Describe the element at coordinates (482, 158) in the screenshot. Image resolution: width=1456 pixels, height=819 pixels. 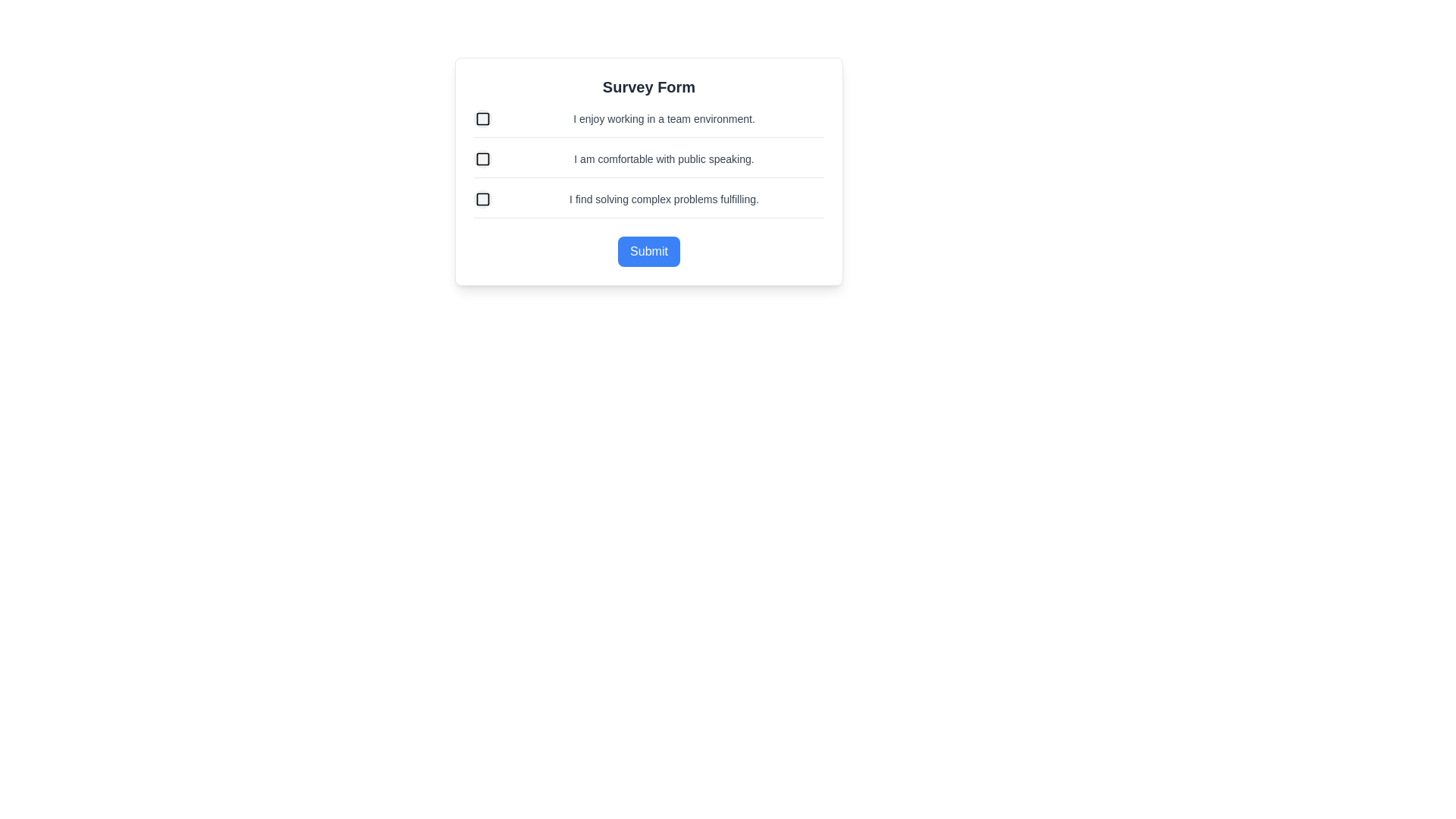
I see `the Checkbox indicator for the survey question 'I am comfortable with public speaking.'` at that location.